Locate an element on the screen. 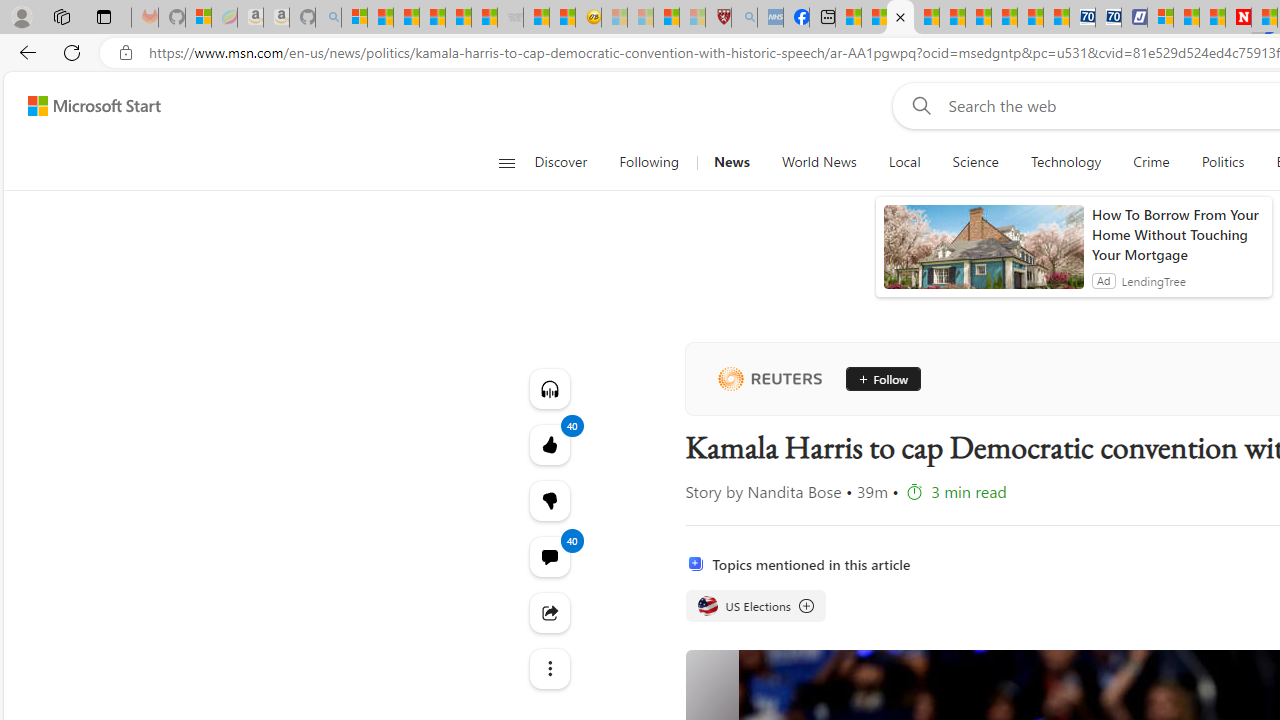 The image size is (1280, 720). 'Politics' is located at coordinates (1222, 162).